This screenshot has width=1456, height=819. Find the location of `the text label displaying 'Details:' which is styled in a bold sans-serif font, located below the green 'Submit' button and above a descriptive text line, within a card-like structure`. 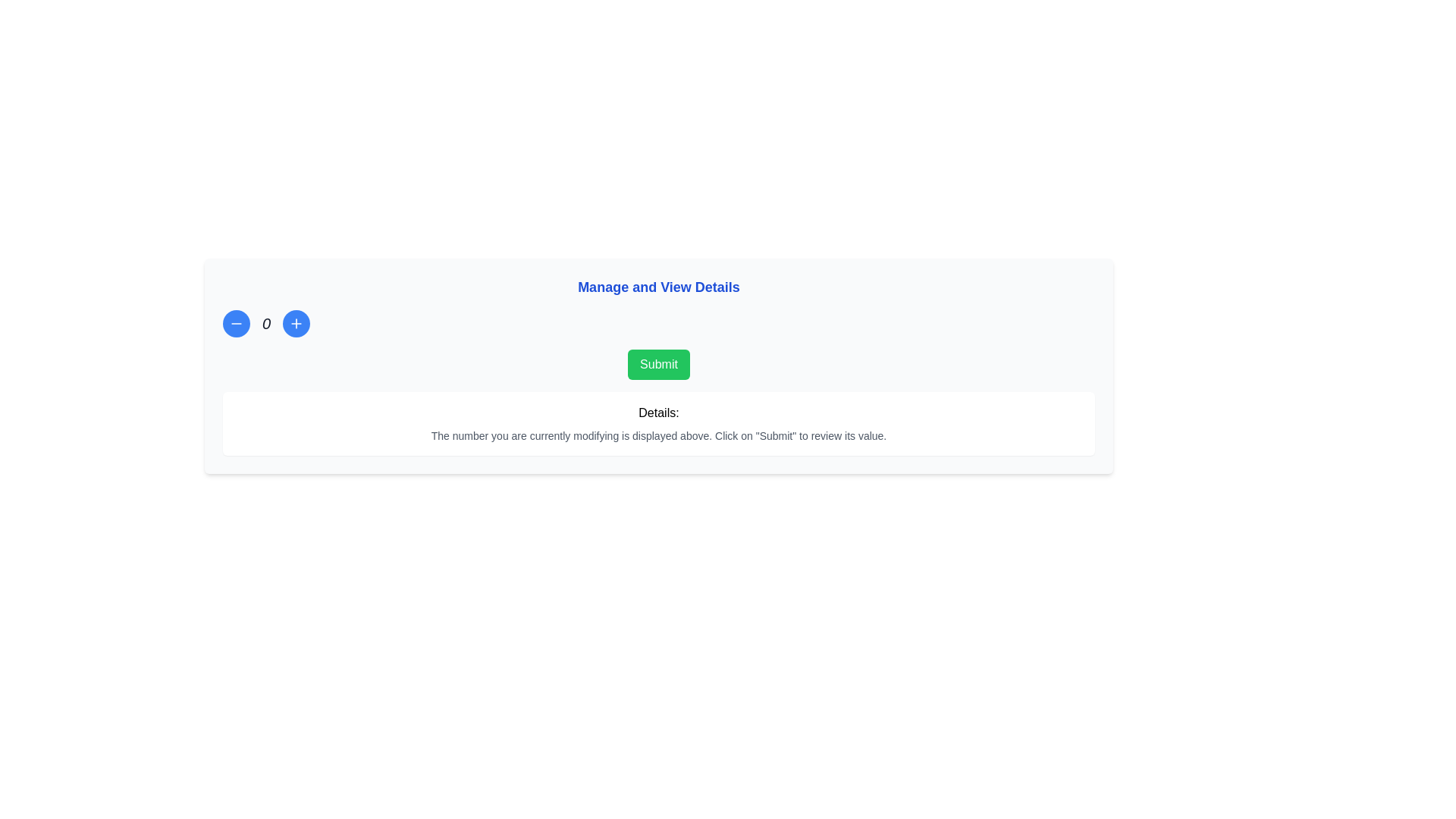

the text label displaying 'Details:' which is styled in a bold sans-serif font, located below the green 'Submit' button and above a descriptive text line, within a card-like structure is located at coordinates (658, 413).